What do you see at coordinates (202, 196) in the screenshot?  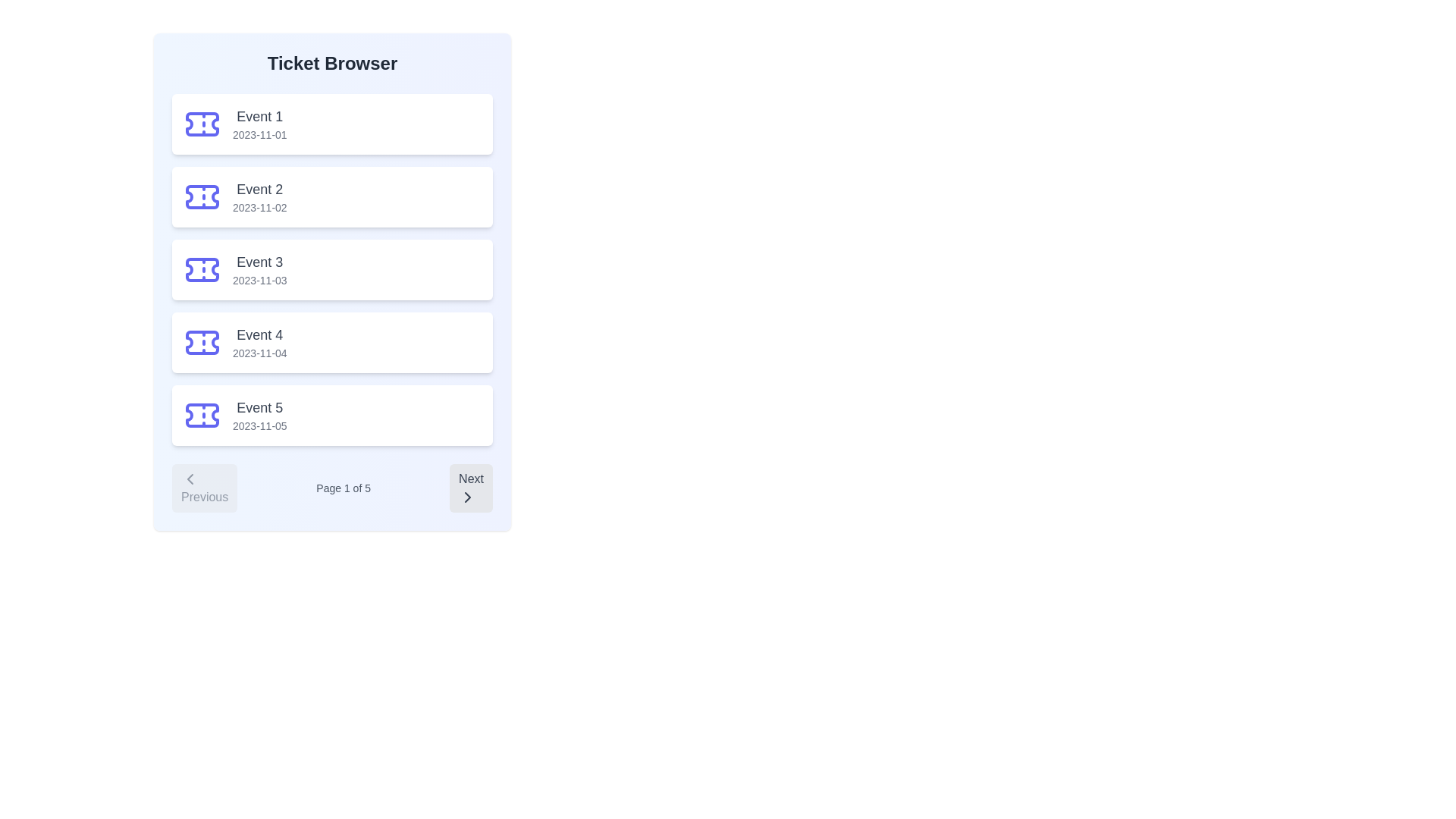 I see `the icon representing the second event in the vertical list, located to the left of the text 'Event 2' and '2023-11-02'` at bounding box center [202, 196].